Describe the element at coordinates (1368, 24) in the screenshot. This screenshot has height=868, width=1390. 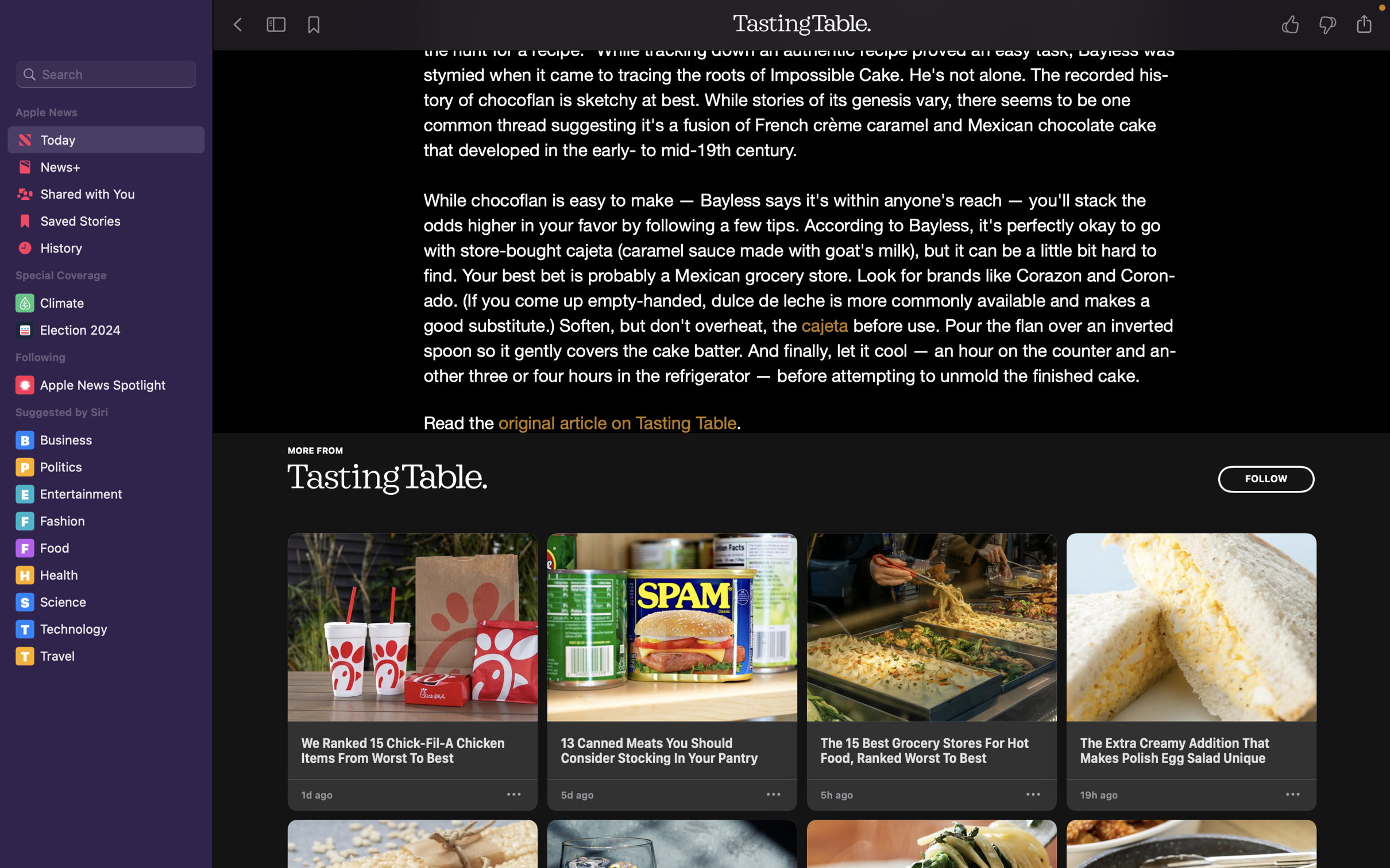
I see `Dispatch the narrative to the Notes program` at that location.